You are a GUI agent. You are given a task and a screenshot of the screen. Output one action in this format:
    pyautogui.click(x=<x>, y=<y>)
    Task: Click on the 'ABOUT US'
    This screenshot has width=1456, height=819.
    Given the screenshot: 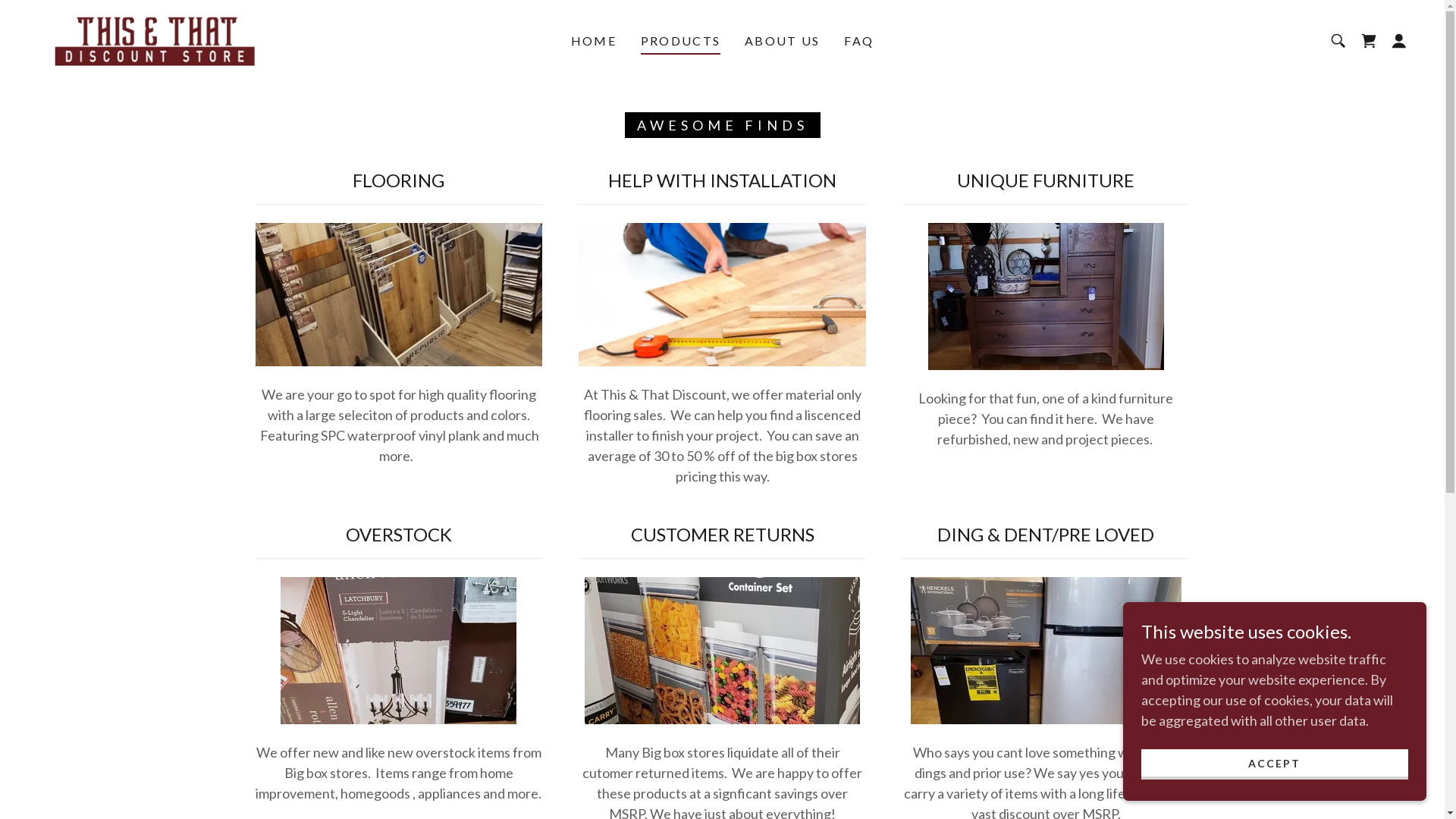 What is the action you would take?
    pyautogui.click(x=782, y=40)
    